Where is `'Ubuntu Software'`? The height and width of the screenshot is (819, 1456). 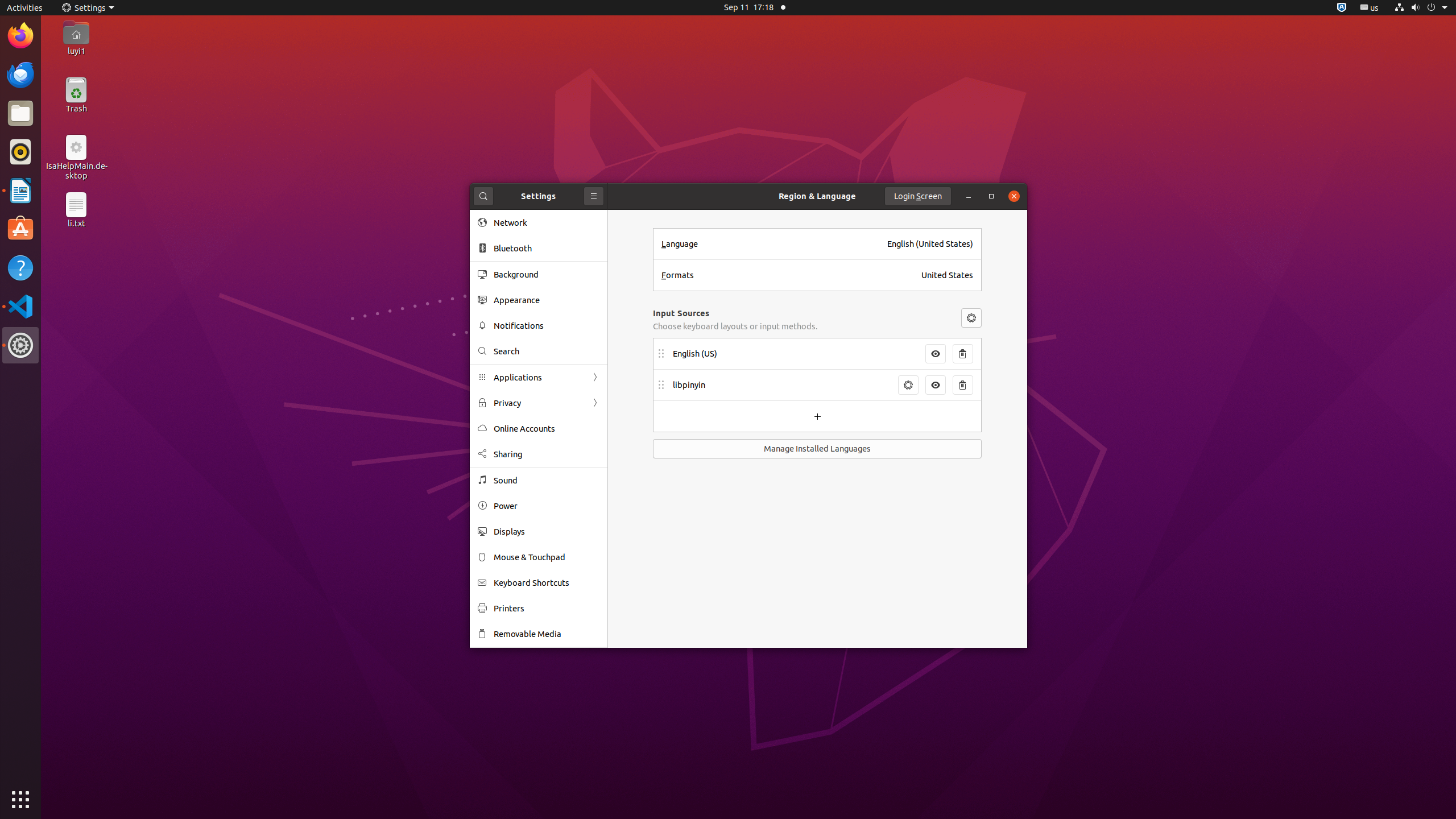
'Ubuntu Software' is located at coordinates (20, 229).